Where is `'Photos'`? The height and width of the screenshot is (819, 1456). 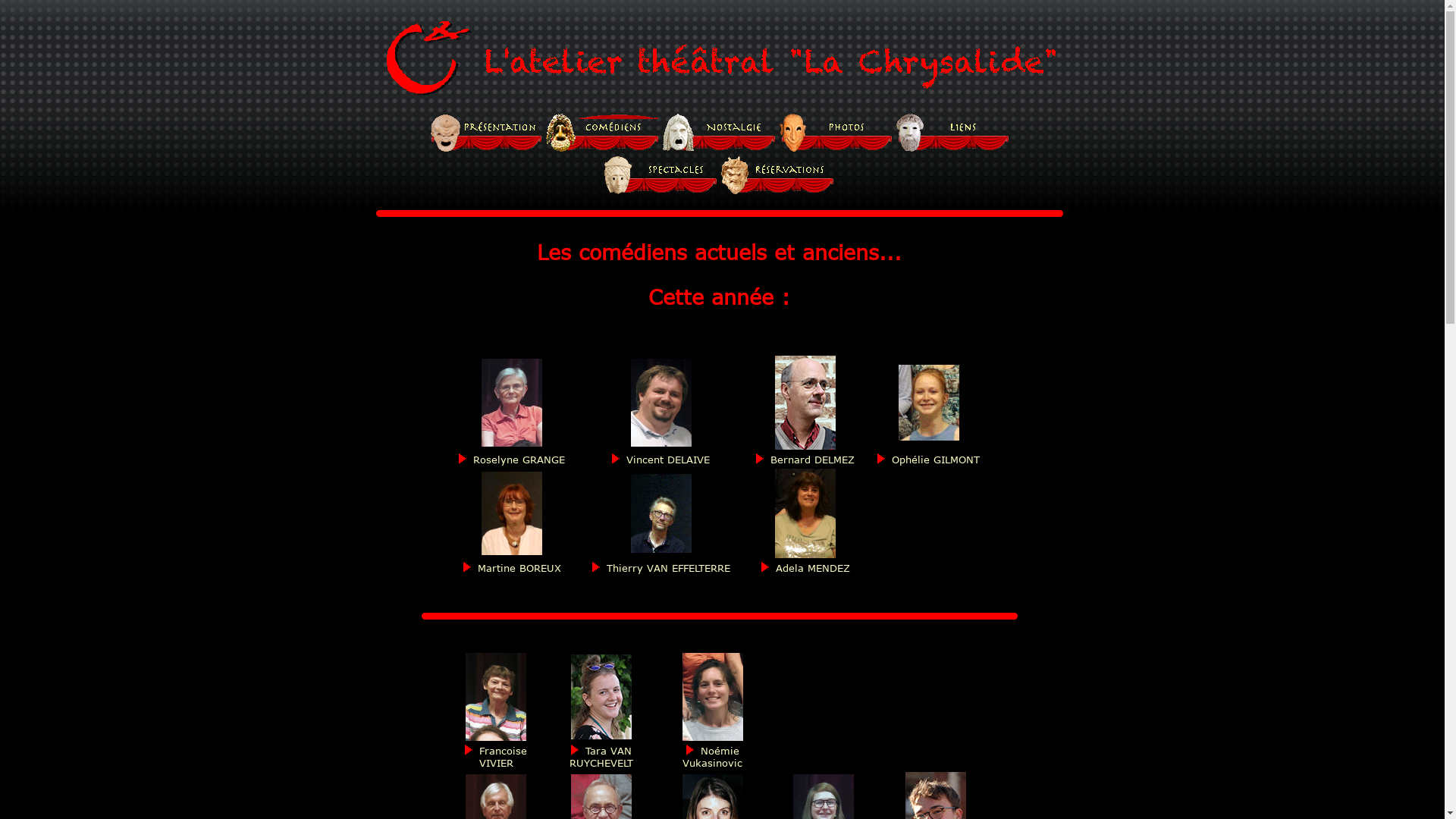
'Photos' is located at coordinates (836, 131).